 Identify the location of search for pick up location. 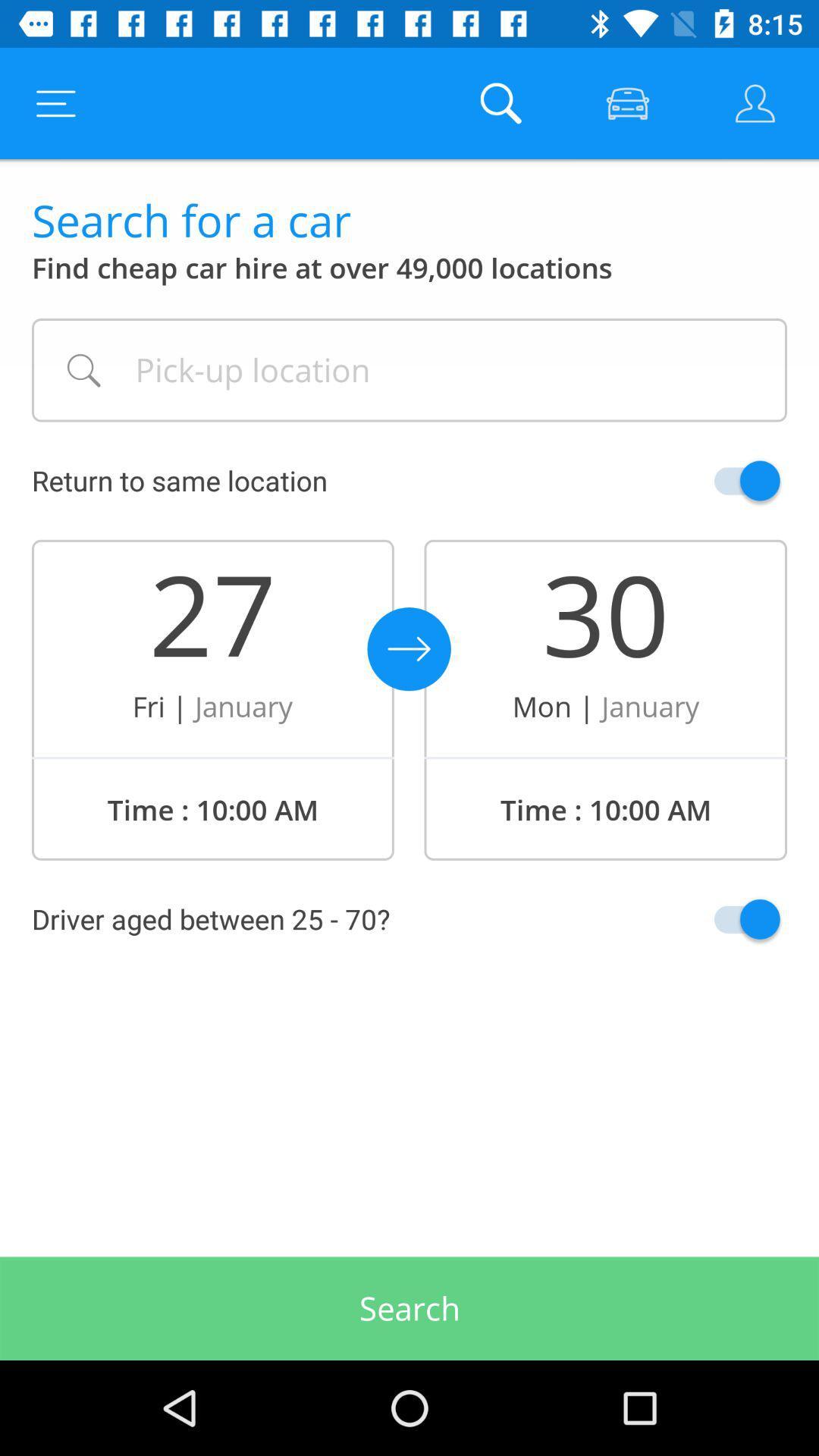
(409, 370).